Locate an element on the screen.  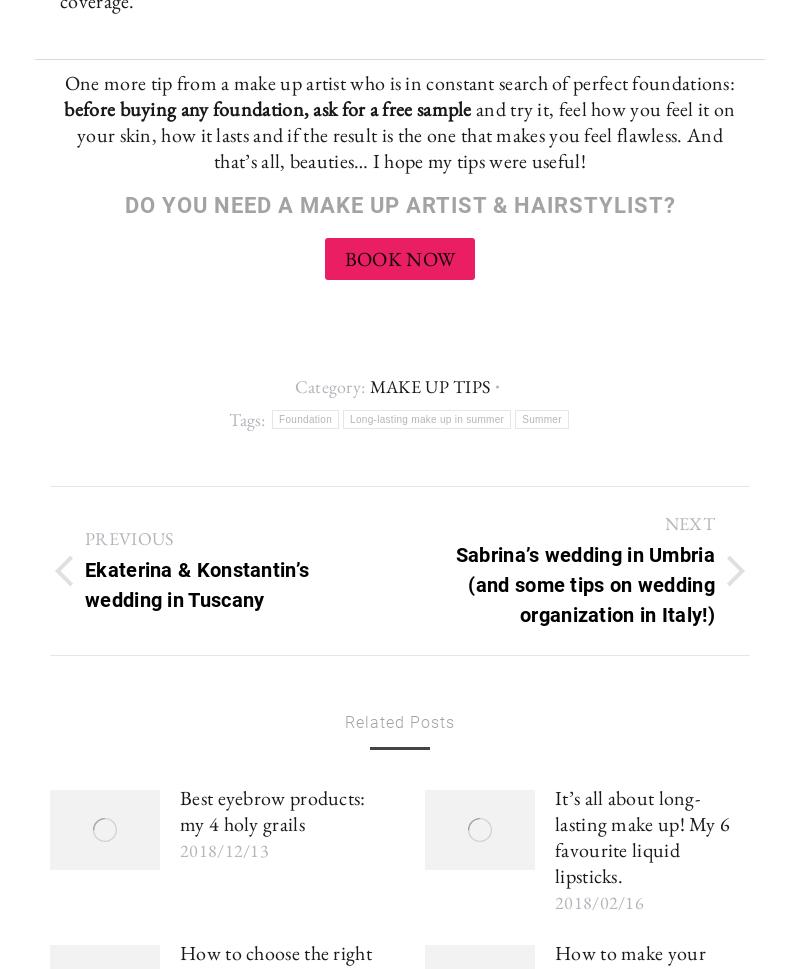
'Related Posts' is located at coordinates (345, 722).